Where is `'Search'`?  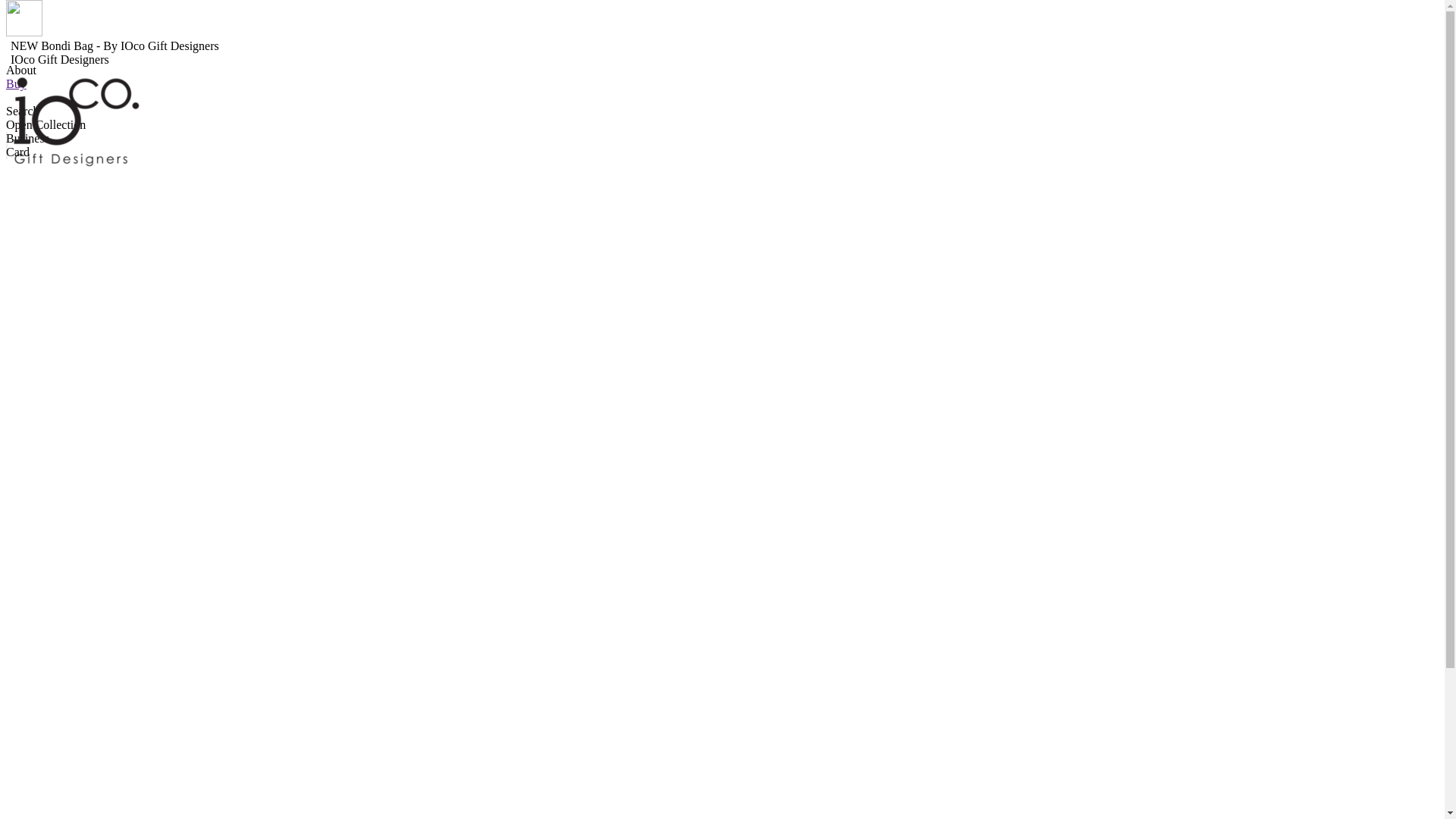
'Search' is located at coordinates (22, 110).